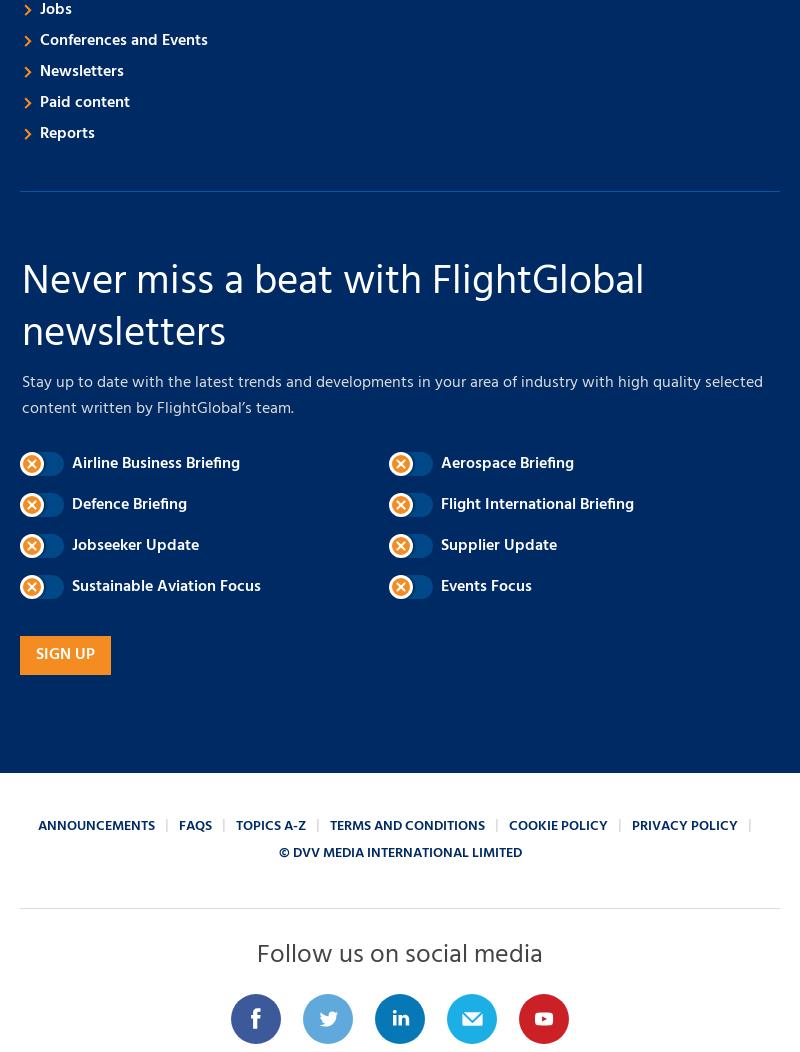  I want to click on 'Newsletters', so click(39, 70).